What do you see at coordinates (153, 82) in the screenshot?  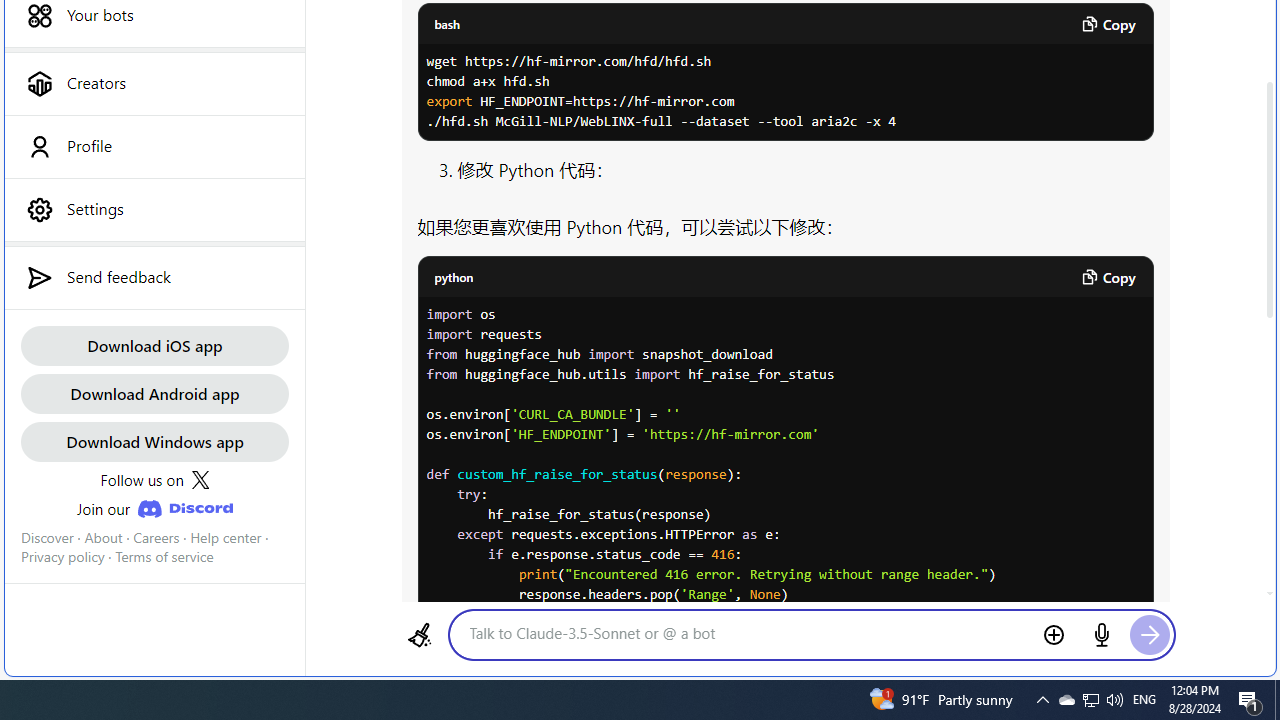 I see `'Creators'` at bounding box center [153, 82].